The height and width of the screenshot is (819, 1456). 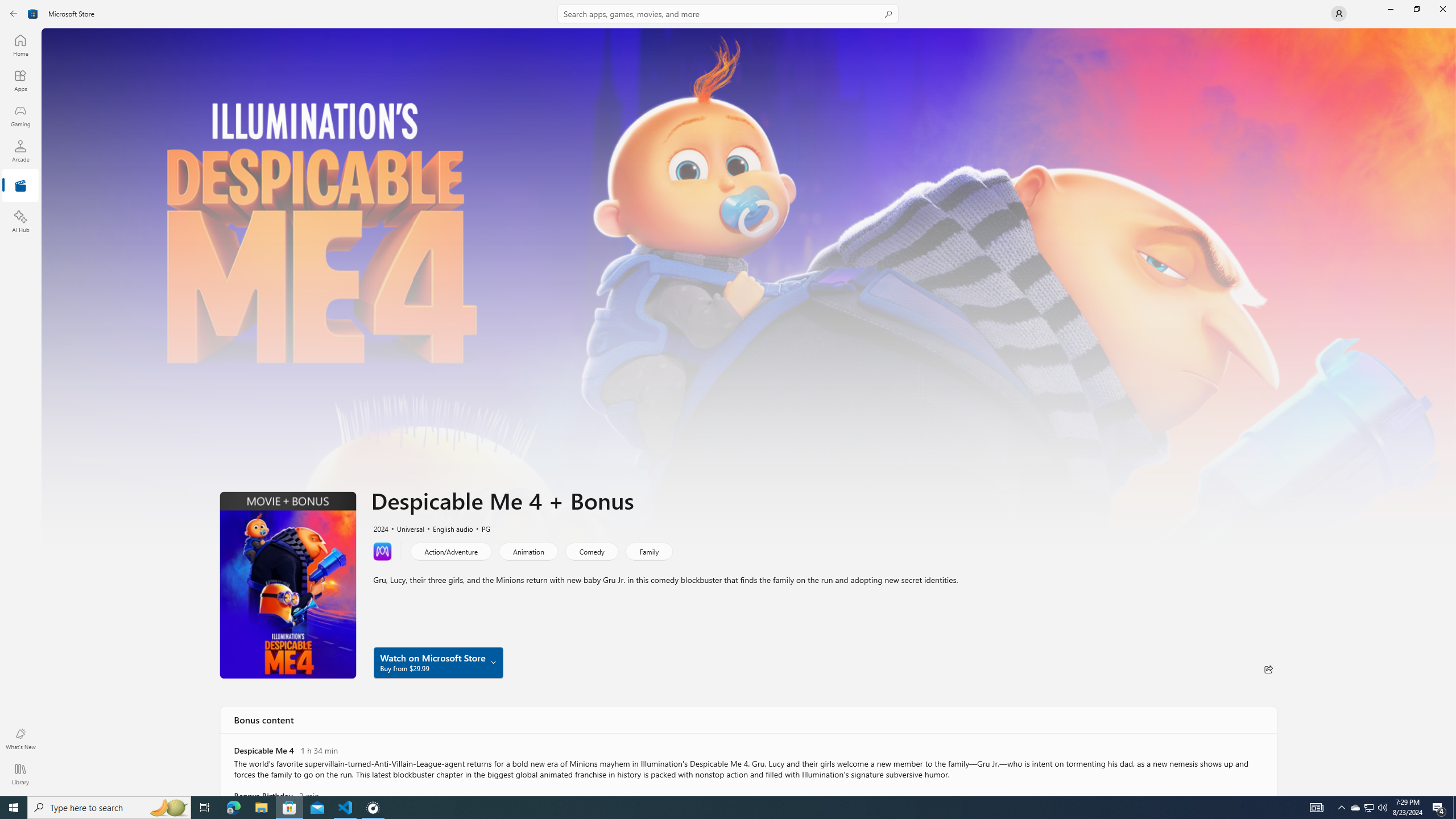 I want to click on 'Watch on Microsoft Store Buy from $29.99', so click(x=438, y=662).